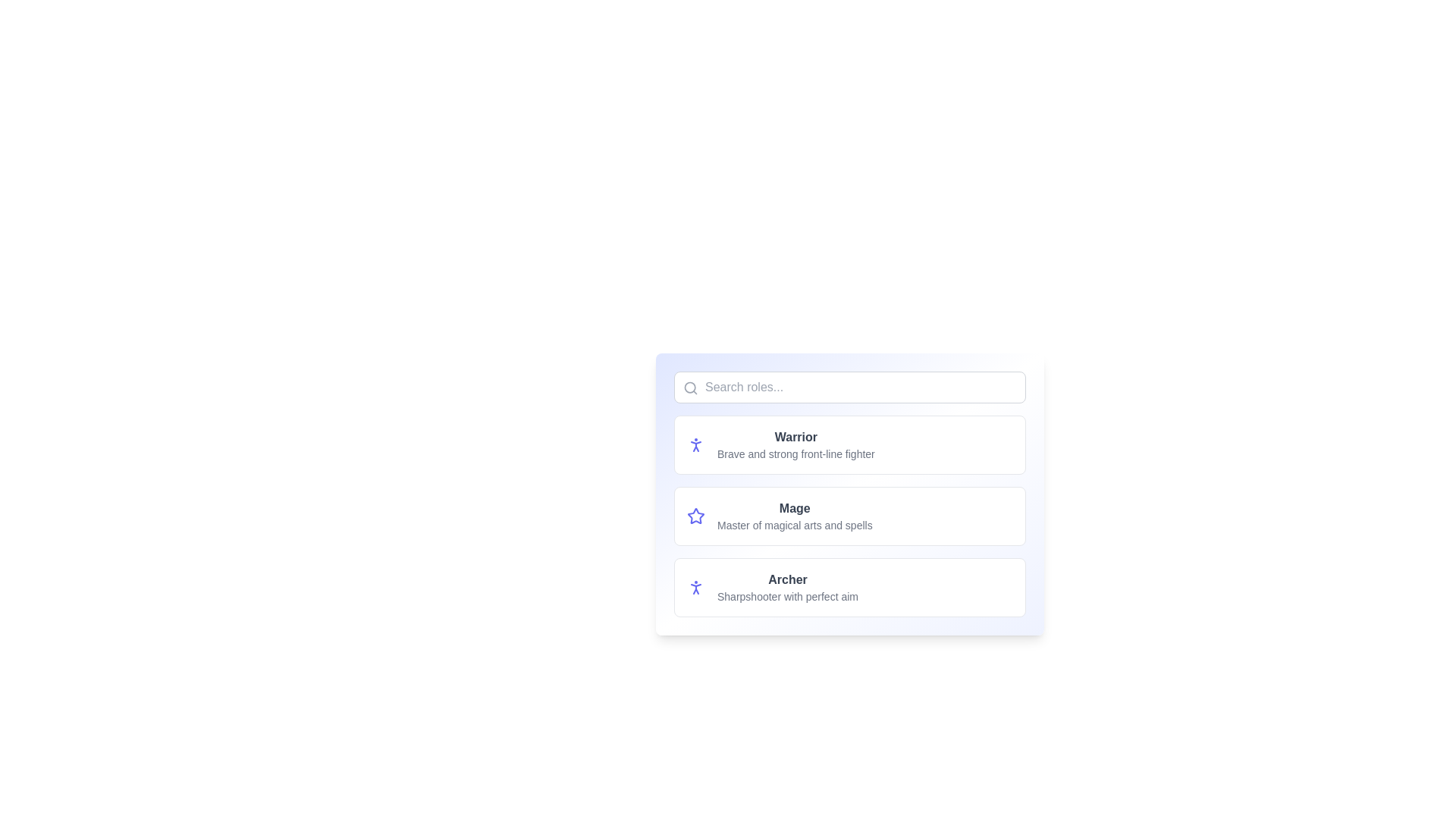 Image resolution: width=1456 pixels, height=819 pixels. I want to click on the 'Mage' text label, which serves as the header for the second item in the vertical list, positioned between 'Warrior' and 'Archer', so click(794, 509).